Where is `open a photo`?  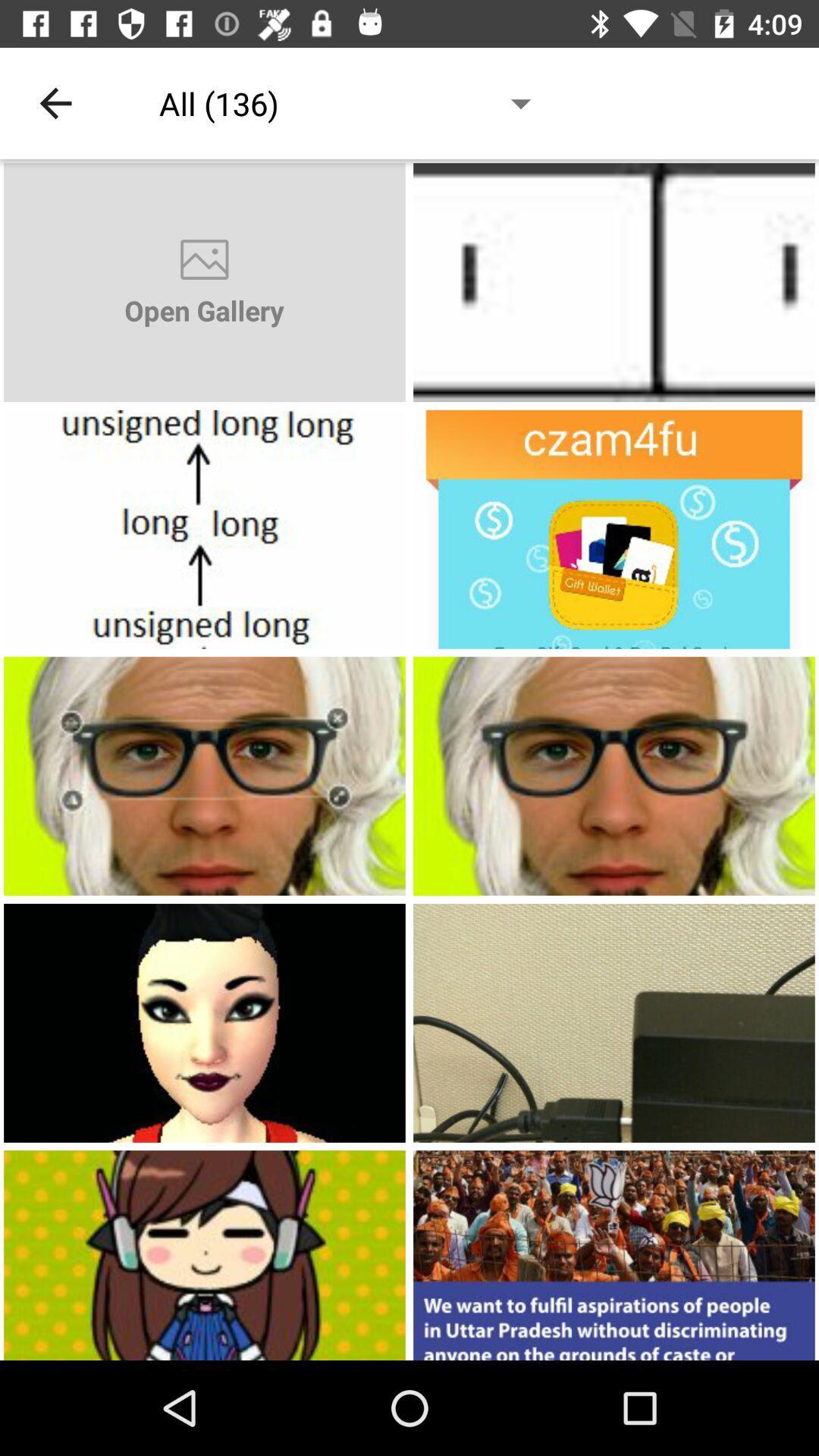 open a photo is located at coordinates (205, 529).